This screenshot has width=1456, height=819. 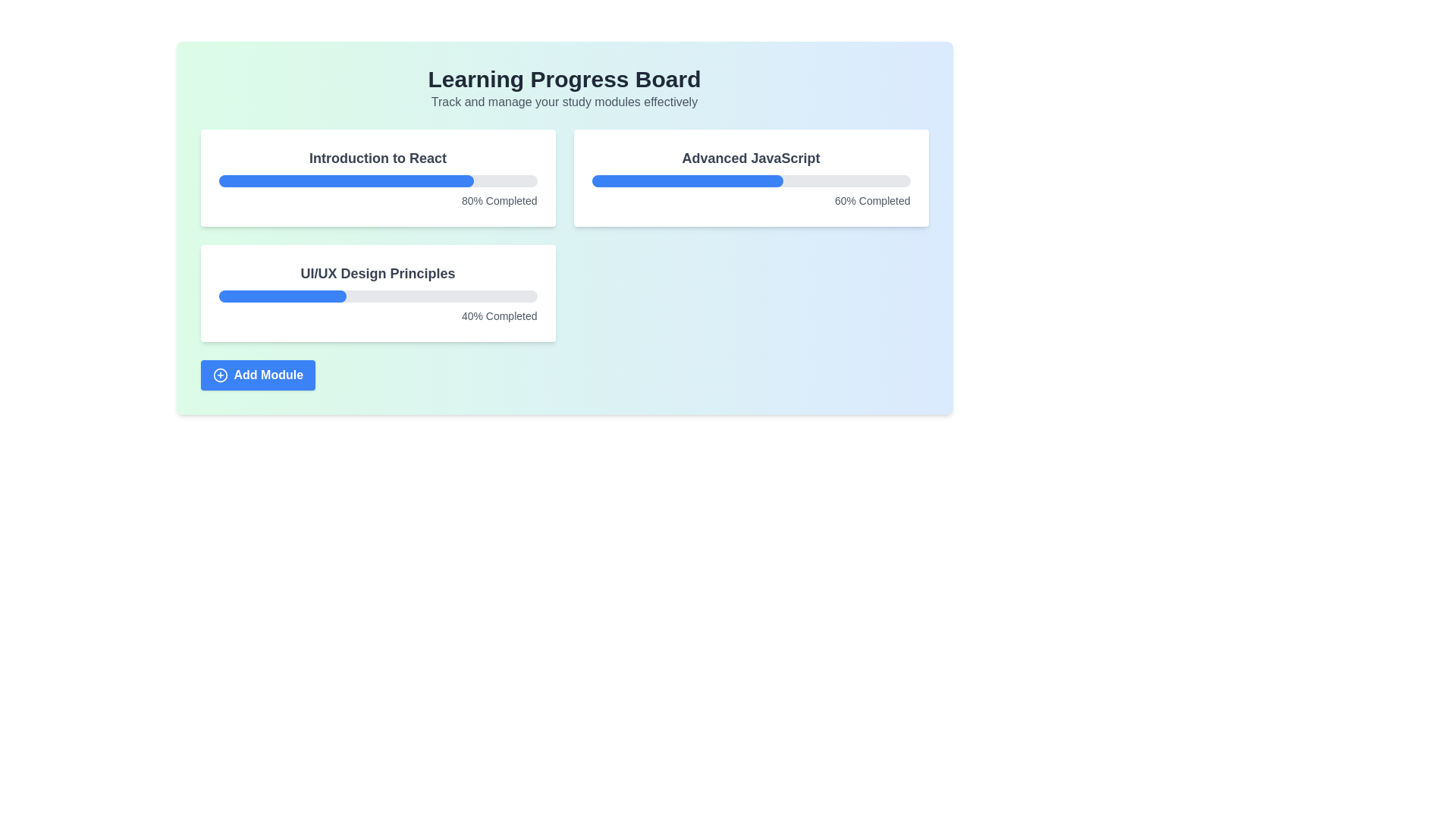 What do you see at coordinates (751, 180) in the screenshot?
I see `the progress bar indicating '60% Completed' located below the title 'Advanced JavaScript'` at bounding box center [751, 180].